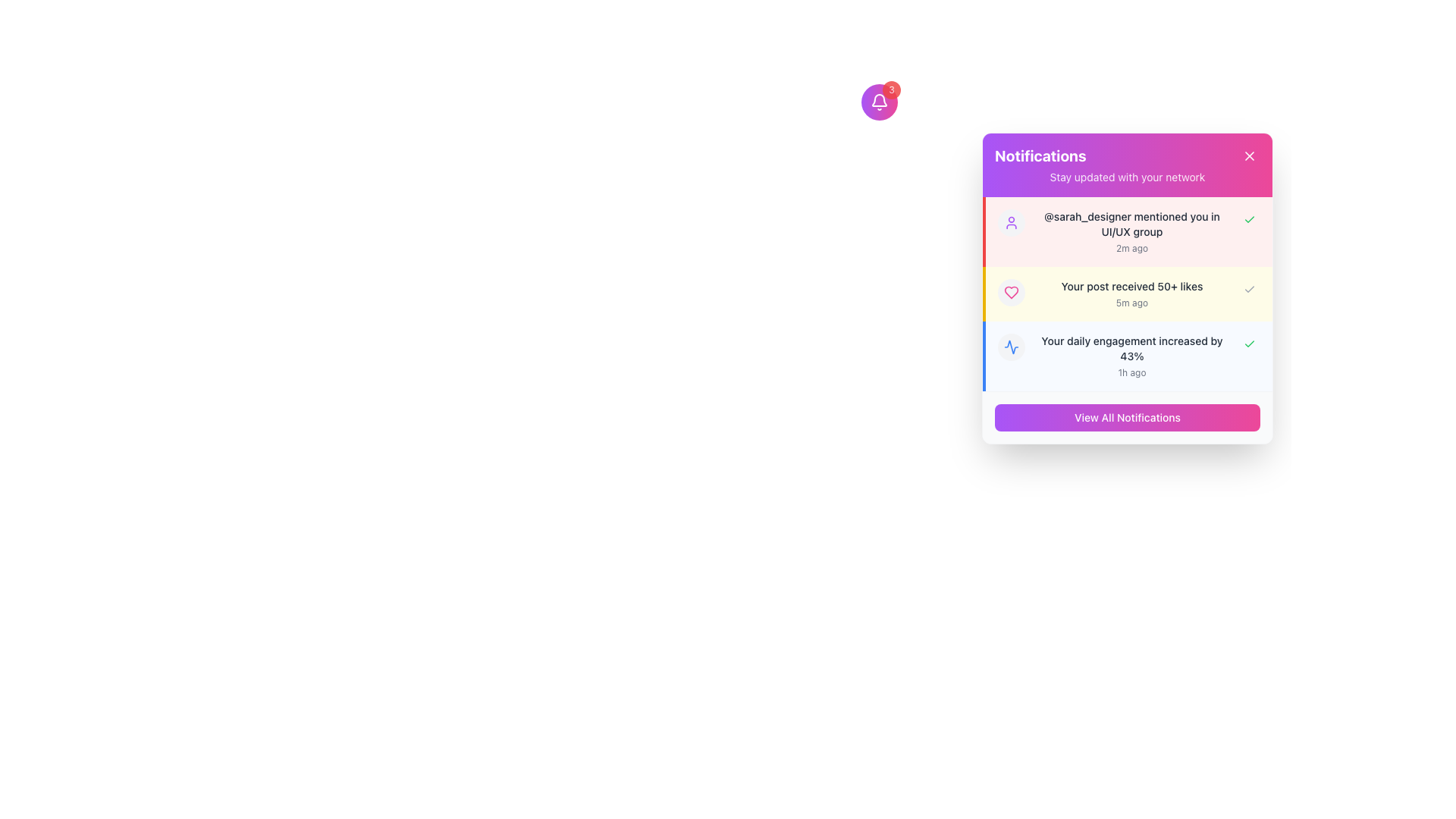 The image size is (1456, 819). What do you see at coordinates (1012, 222) in the screenshot?
I see `the user profile icon, a circular icon with a light gray background and a purple silhouette, located in the top-left corner of the notification row for '@sarah_designer.'` at bounding box center [1012, 222].